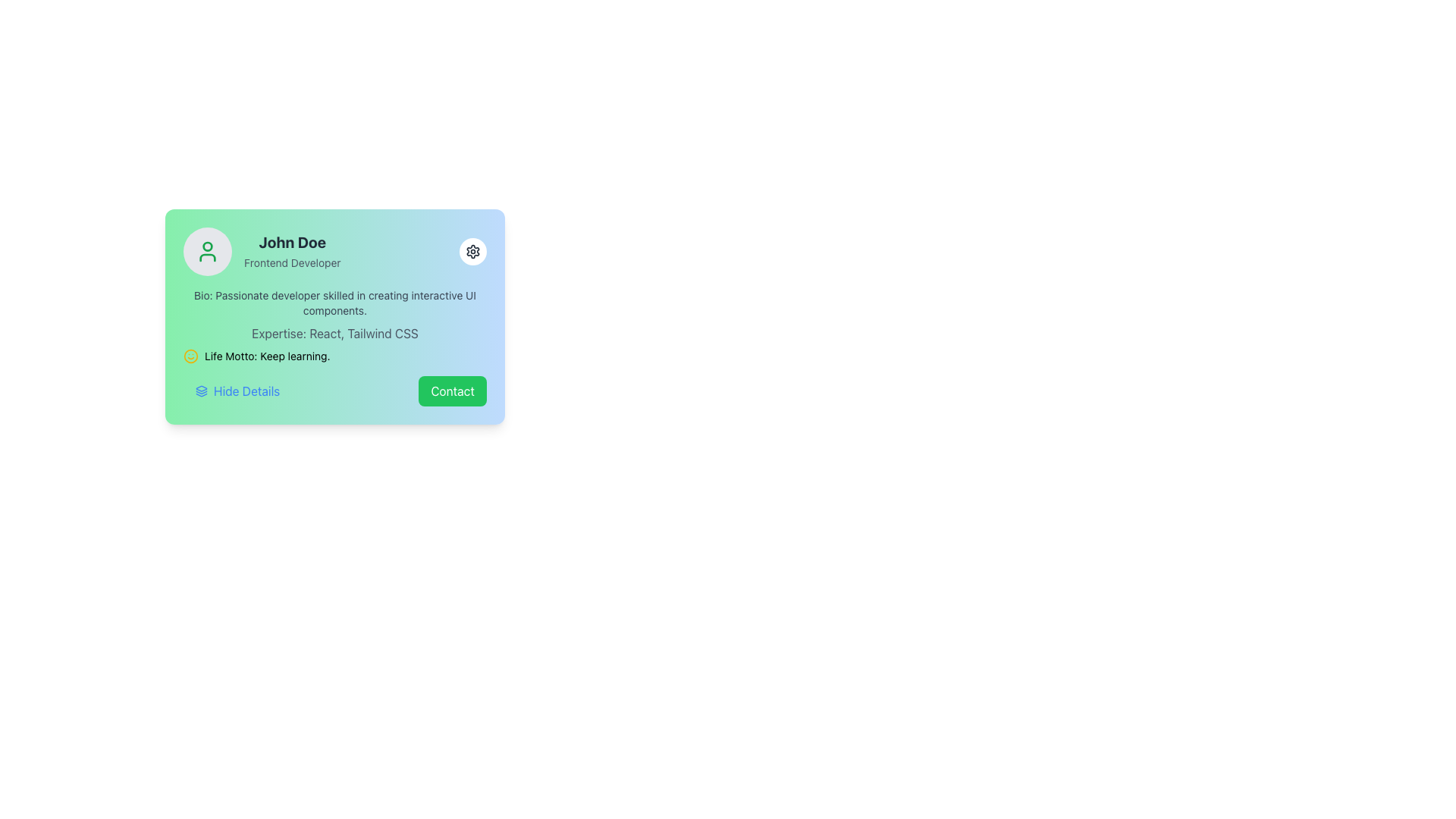 This screenshot has width=1456, height=819. What do you see at coordinates (206, 245) in the screenshot?
I see `the circular graphic element representing a user's head in the SVG profile icon located at the top-left of the gradient card` at bounding box center [206, 245].